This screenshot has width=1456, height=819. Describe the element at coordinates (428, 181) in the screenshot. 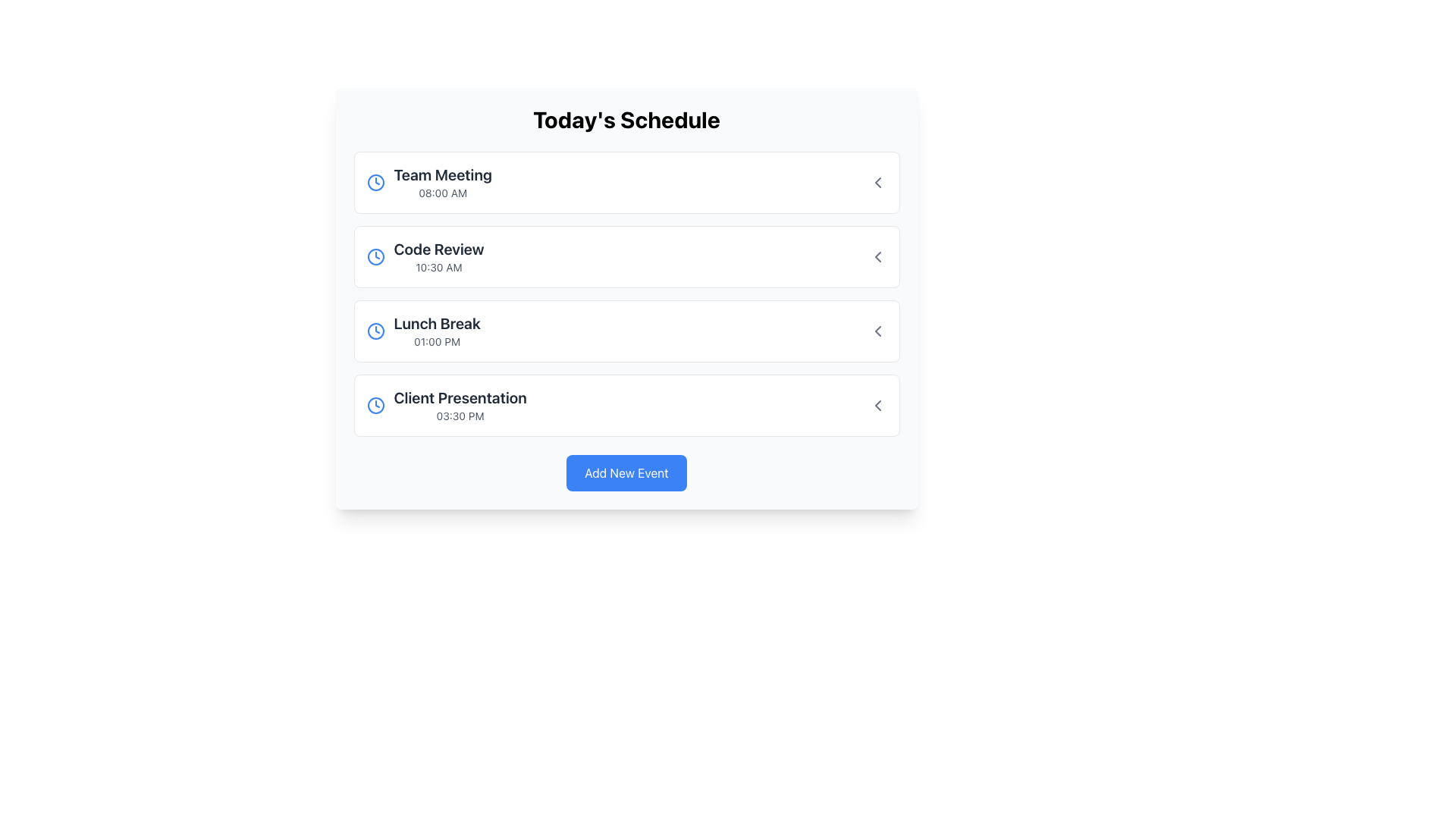

I see `details of the Event listing item displaying the clock icon, bold text 'Team Meeting', and smaller text '08:00 AM', located at the top of the 'Today's Schedule' list` at that location.